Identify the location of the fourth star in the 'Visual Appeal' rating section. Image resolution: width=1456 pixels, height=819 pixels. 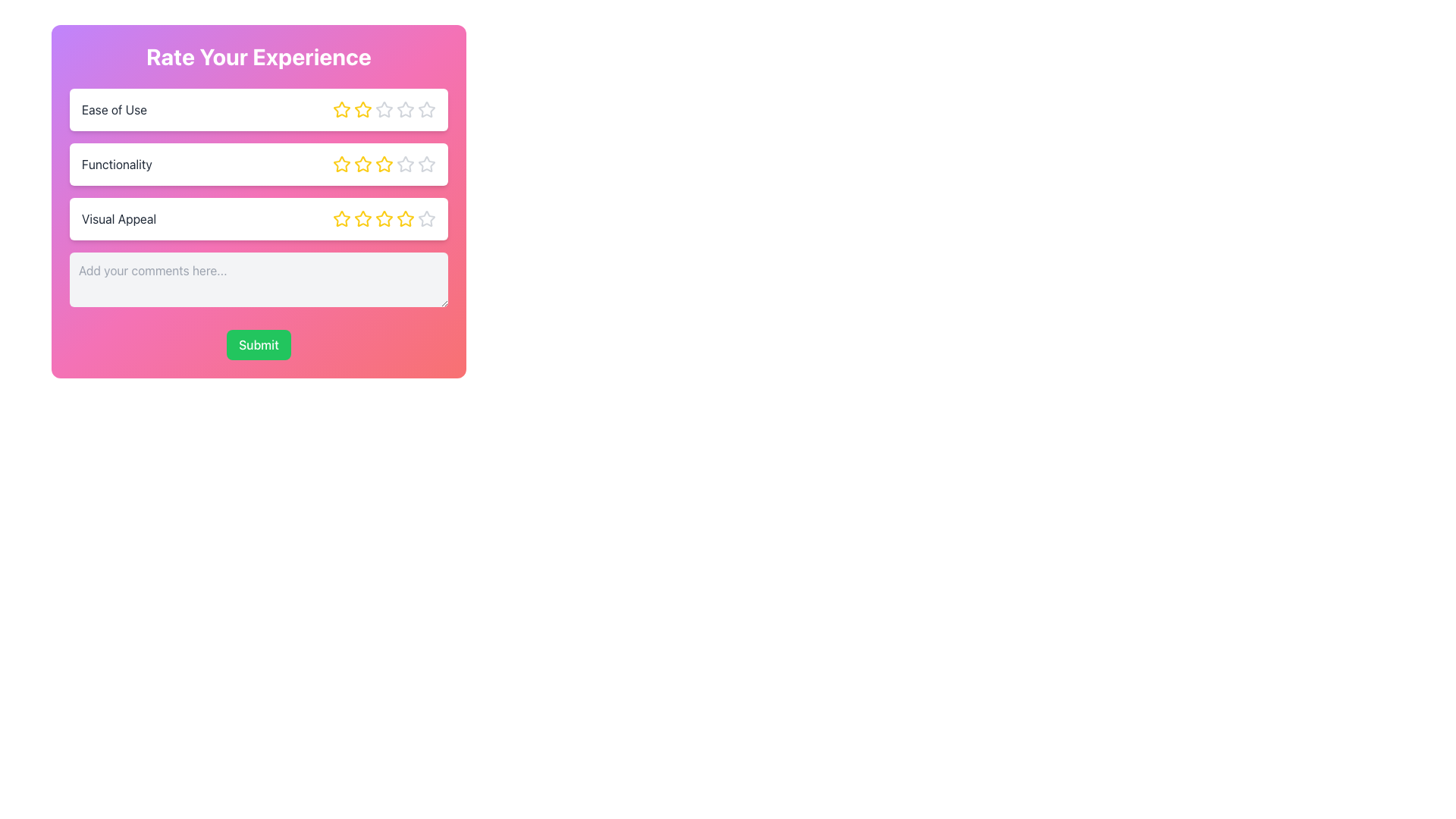
(384, 218).